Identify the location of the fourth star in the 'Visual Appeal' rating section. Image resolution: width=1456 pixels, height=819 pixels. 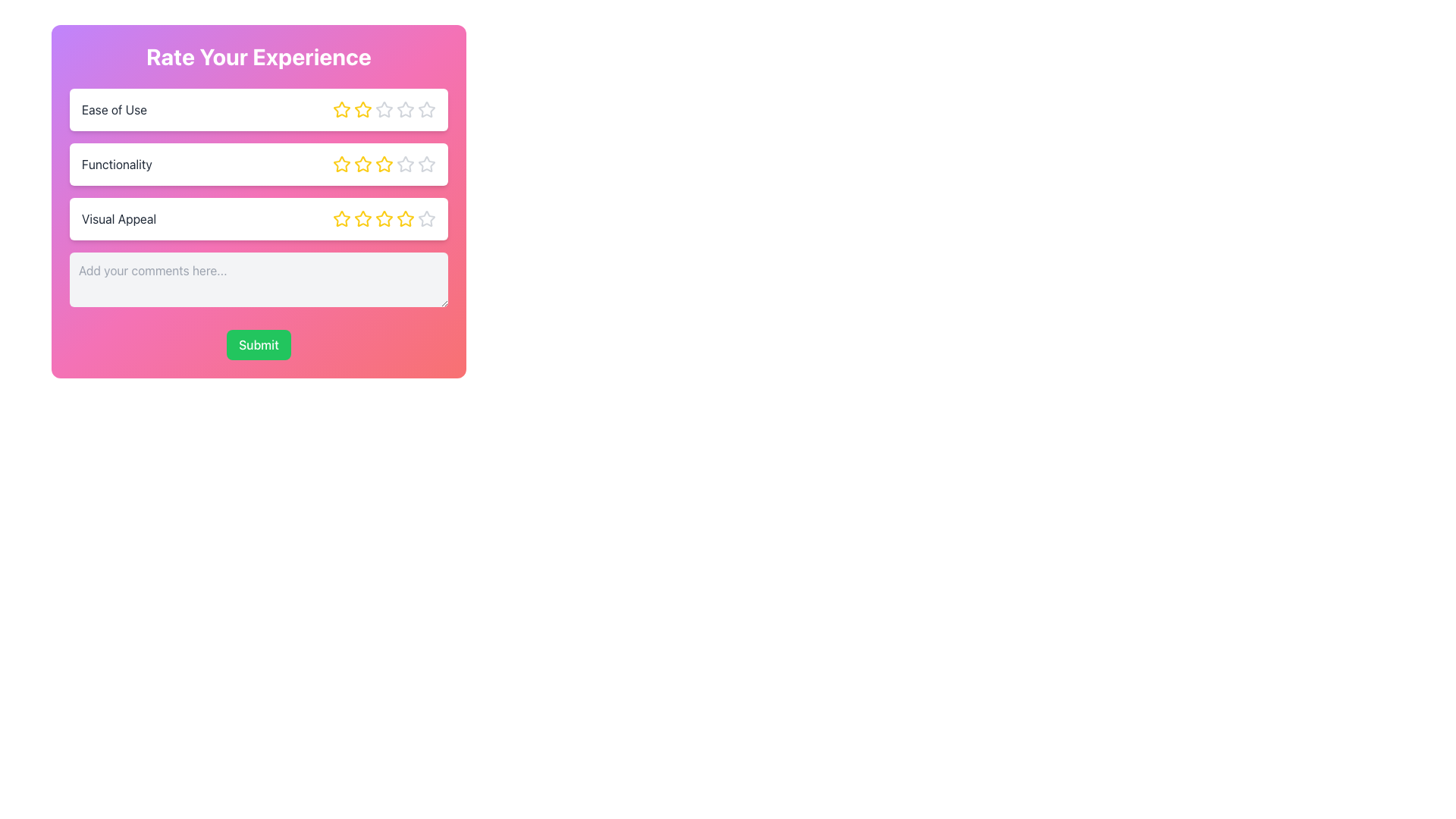
(384, 218).